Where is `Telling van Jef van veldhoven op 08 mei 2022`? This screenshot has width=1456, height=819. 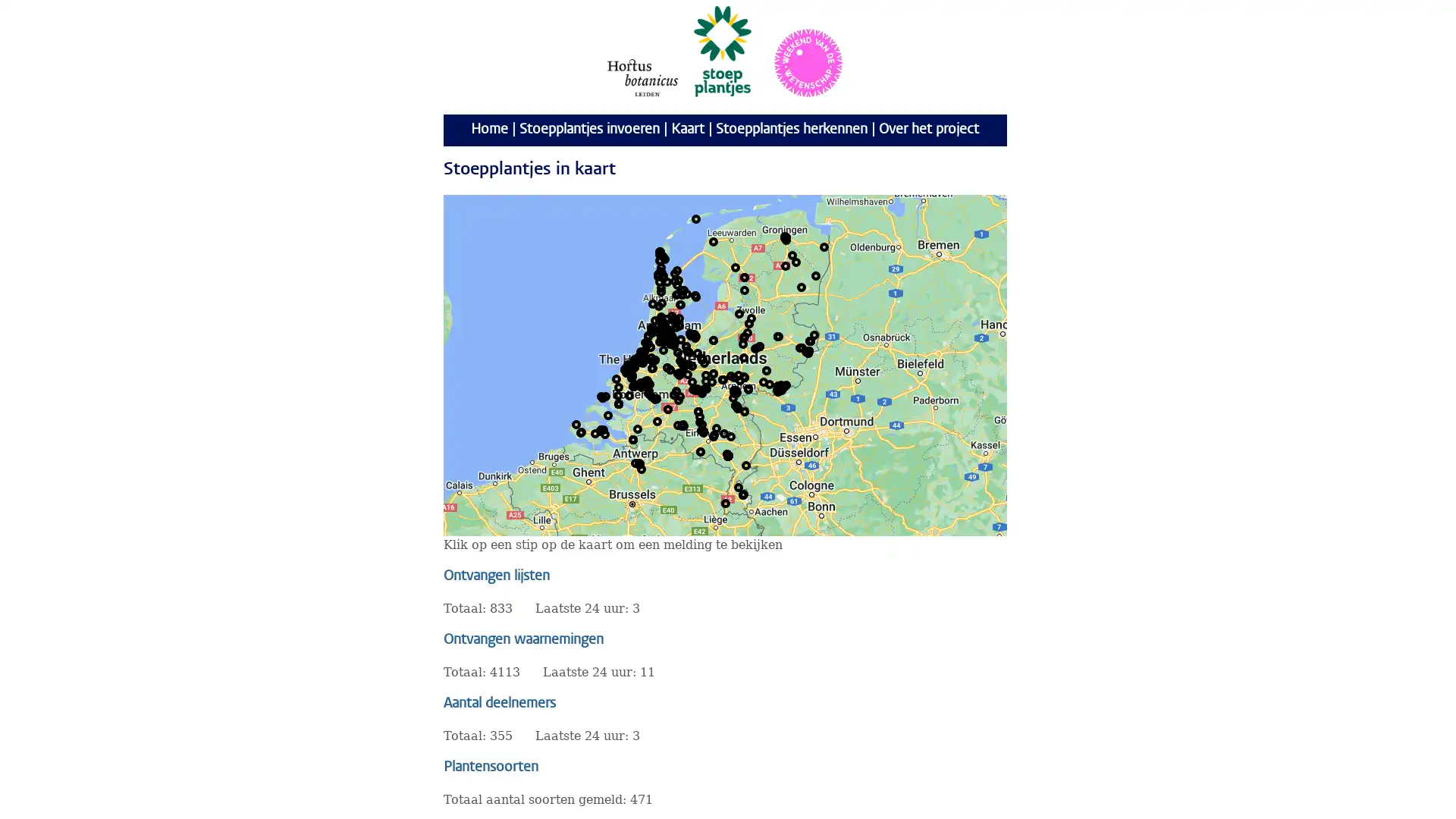
Telling van Jef van veldhoven op 08 mei 2022 is located at coordinates (698, 416).